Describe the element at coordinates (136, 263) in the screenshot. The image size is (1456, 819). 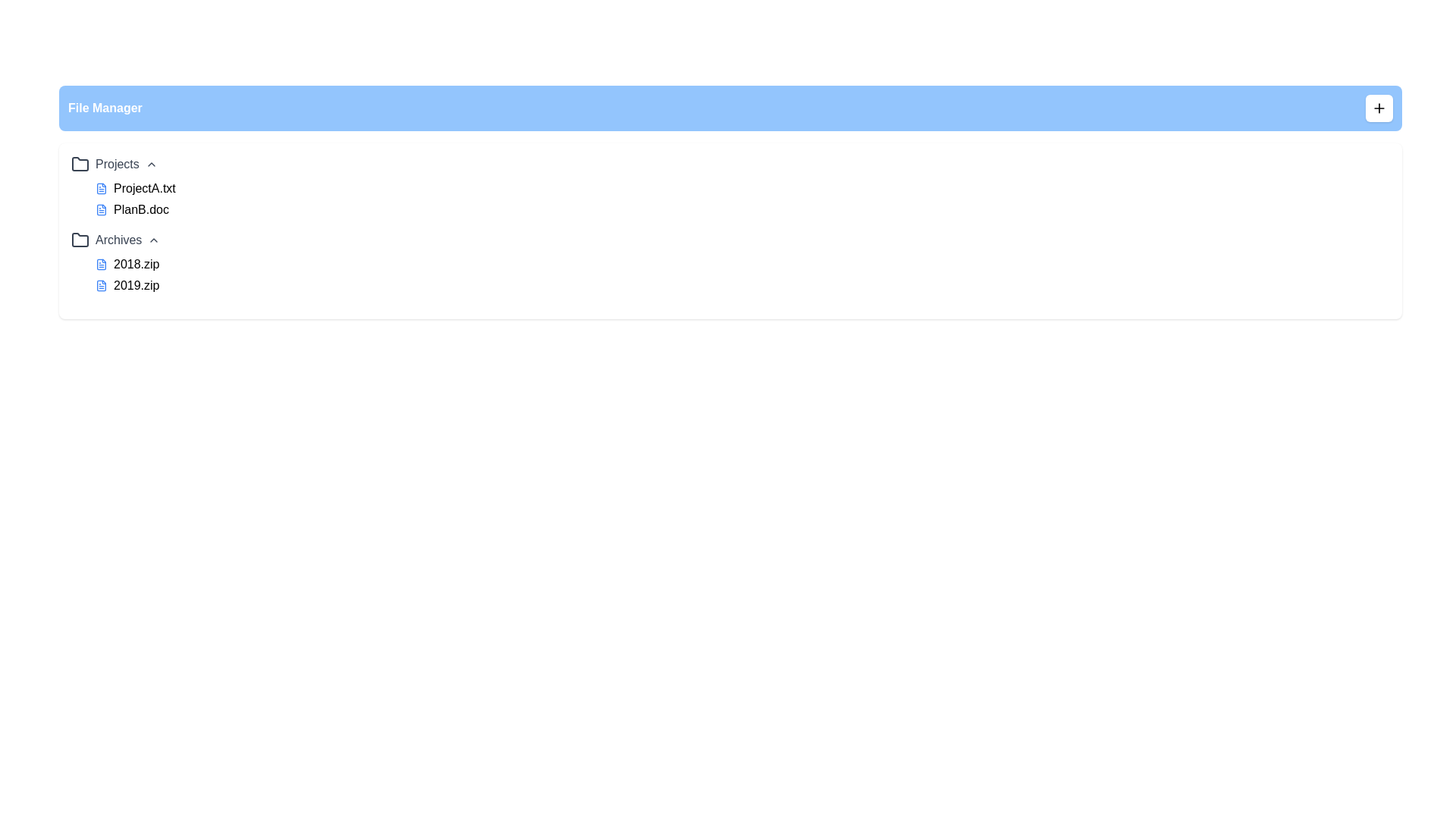
I see `the text label displaying '2018.zip', which is the first file entry under the 'Archives' section in the file listing` at that location.